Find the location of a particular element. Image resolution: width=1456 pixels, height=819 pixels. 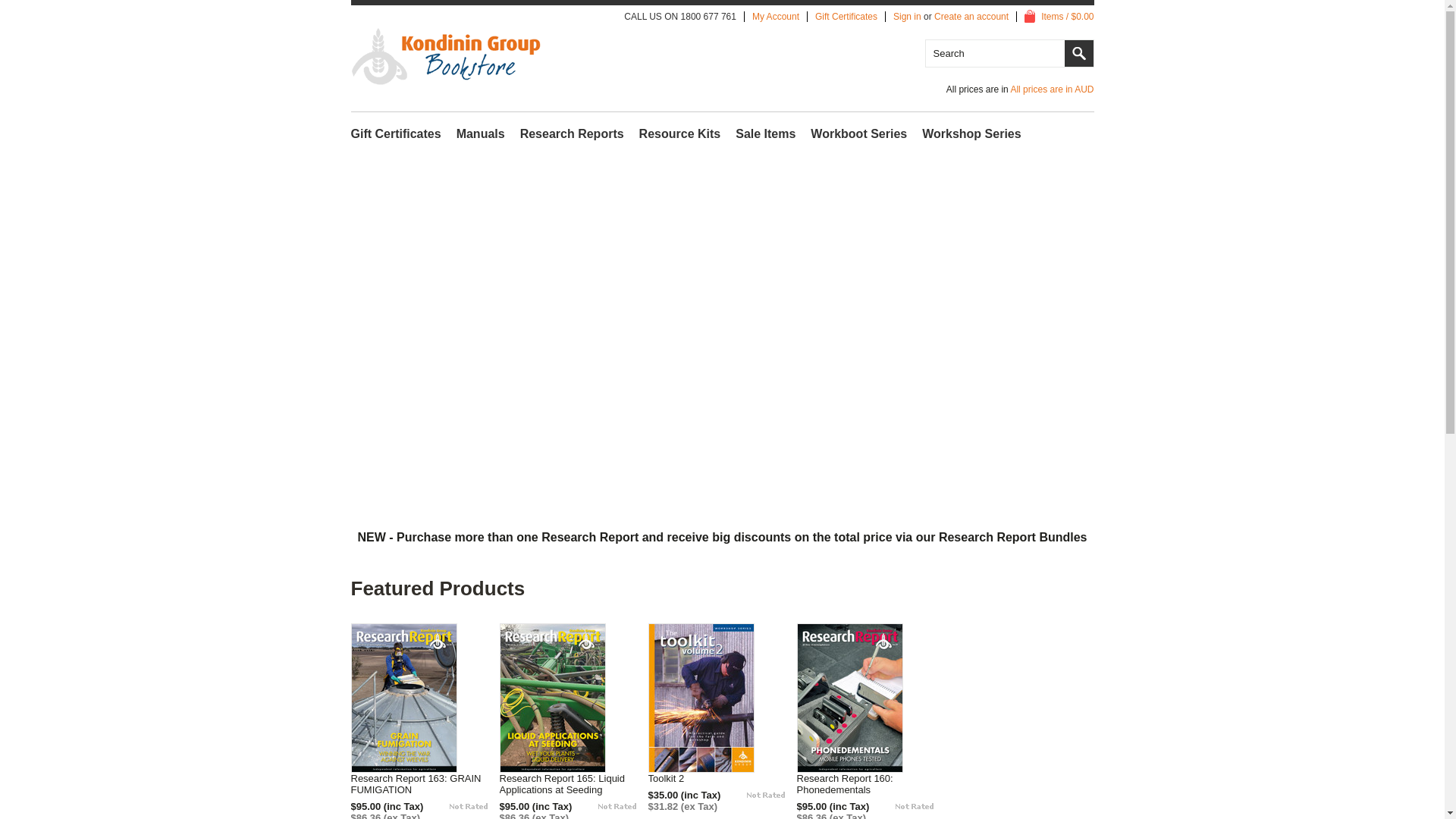

'Toolkit 2' is located at coordinates (669, 778).